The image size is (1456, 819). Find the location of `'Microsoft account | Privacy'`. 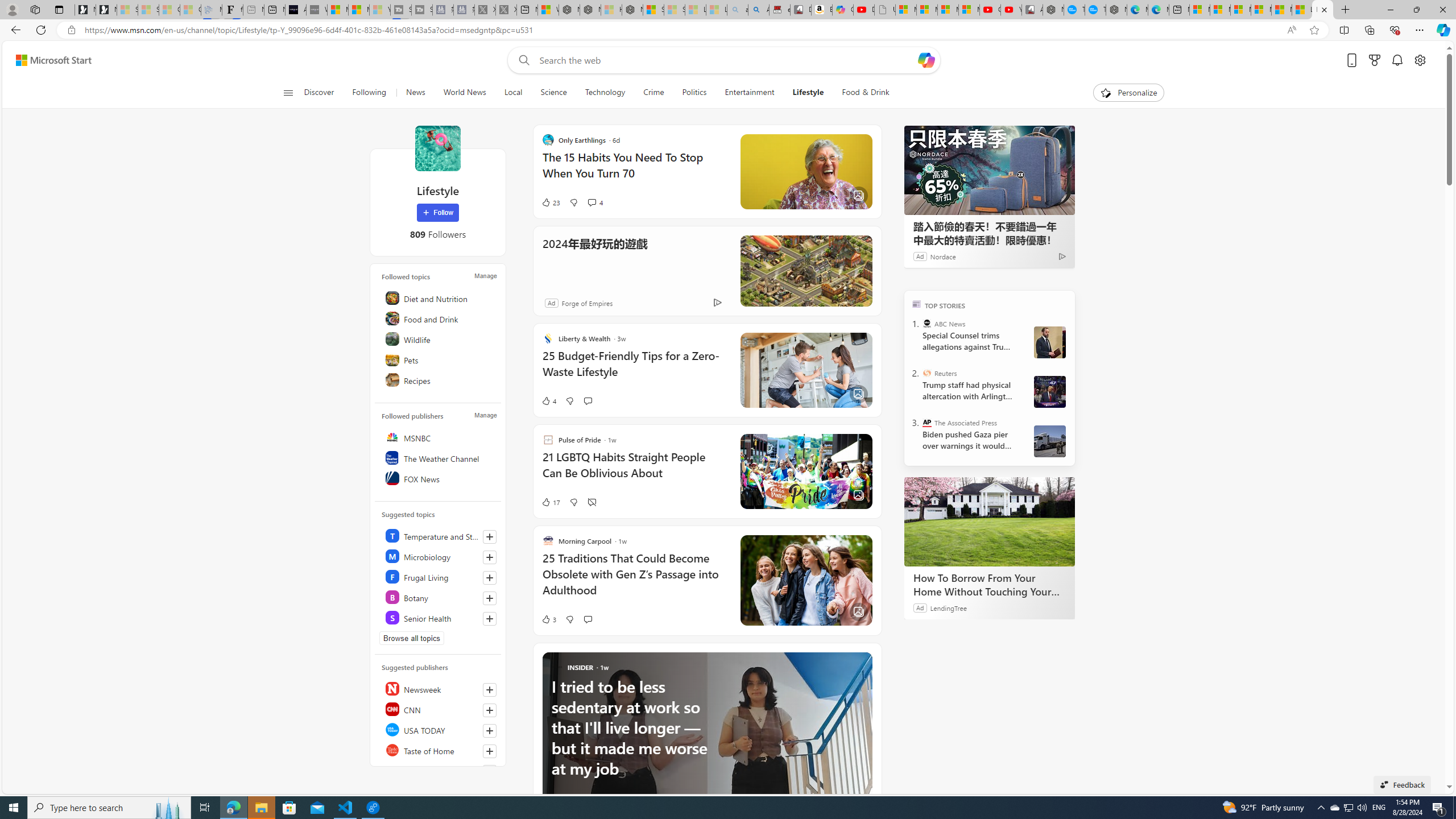

'Microsoft account | Privacy' is located at coordinates (1261, 9).